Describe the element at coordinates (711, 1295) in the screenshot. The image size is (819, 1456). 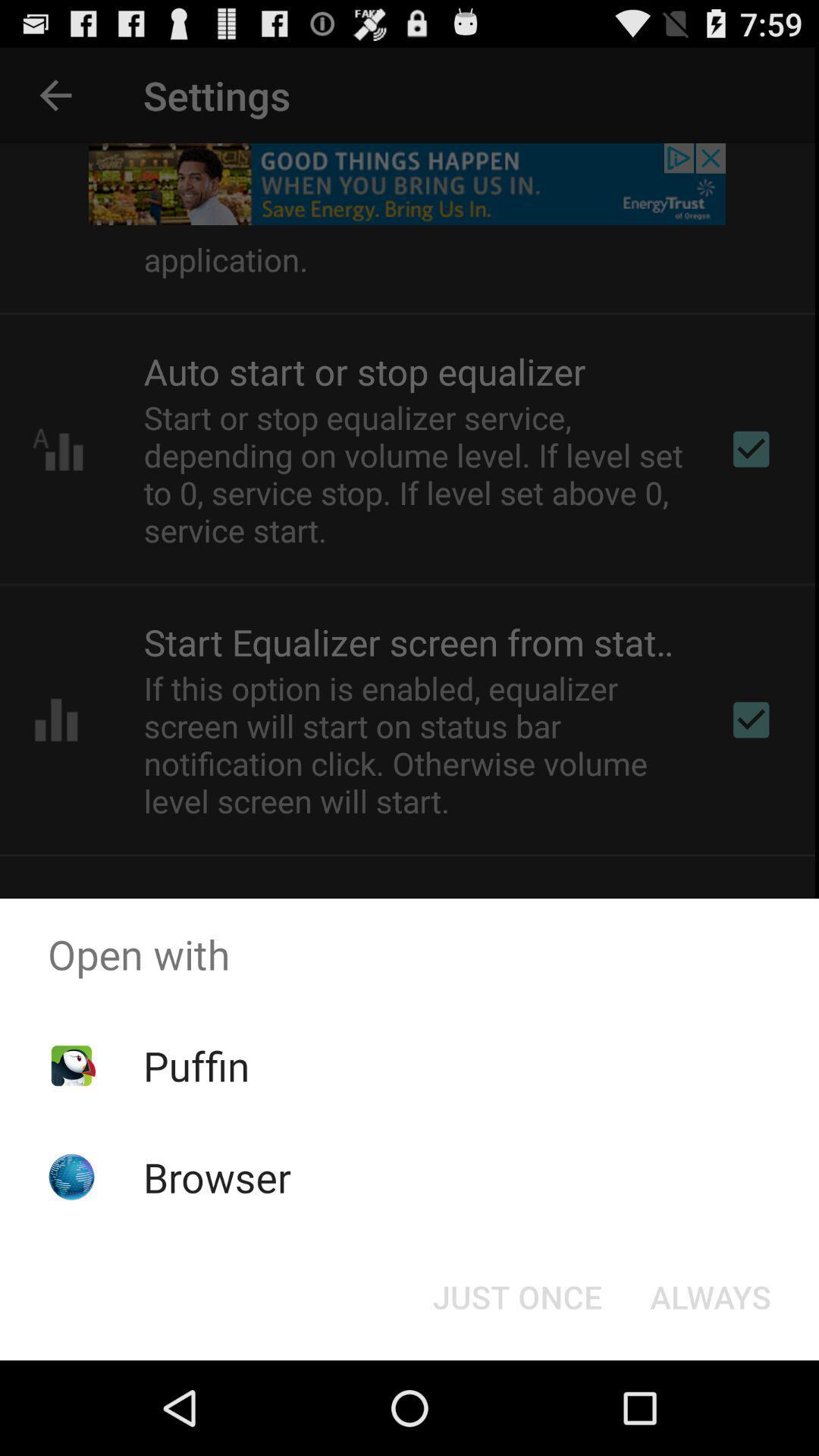
I see `app below the open with icon` at that location.